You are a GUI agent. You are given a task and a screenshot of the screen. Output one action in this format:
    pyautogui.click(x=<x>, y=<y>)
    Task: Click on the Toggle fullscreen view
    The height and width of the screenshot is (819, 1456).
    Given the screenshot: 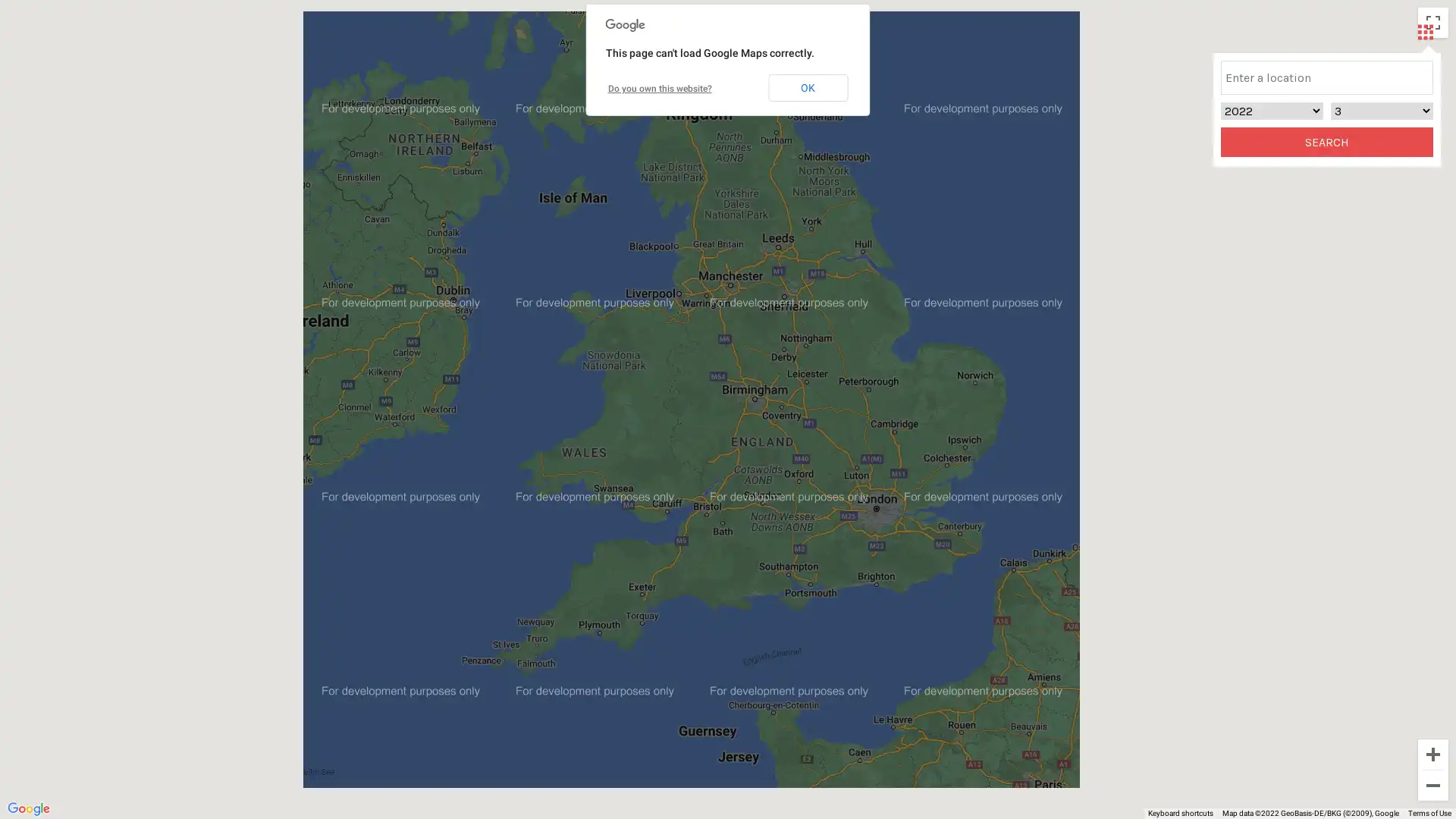 What is the action you would take?
    pyautogui.click(x=1432, y=23)
    